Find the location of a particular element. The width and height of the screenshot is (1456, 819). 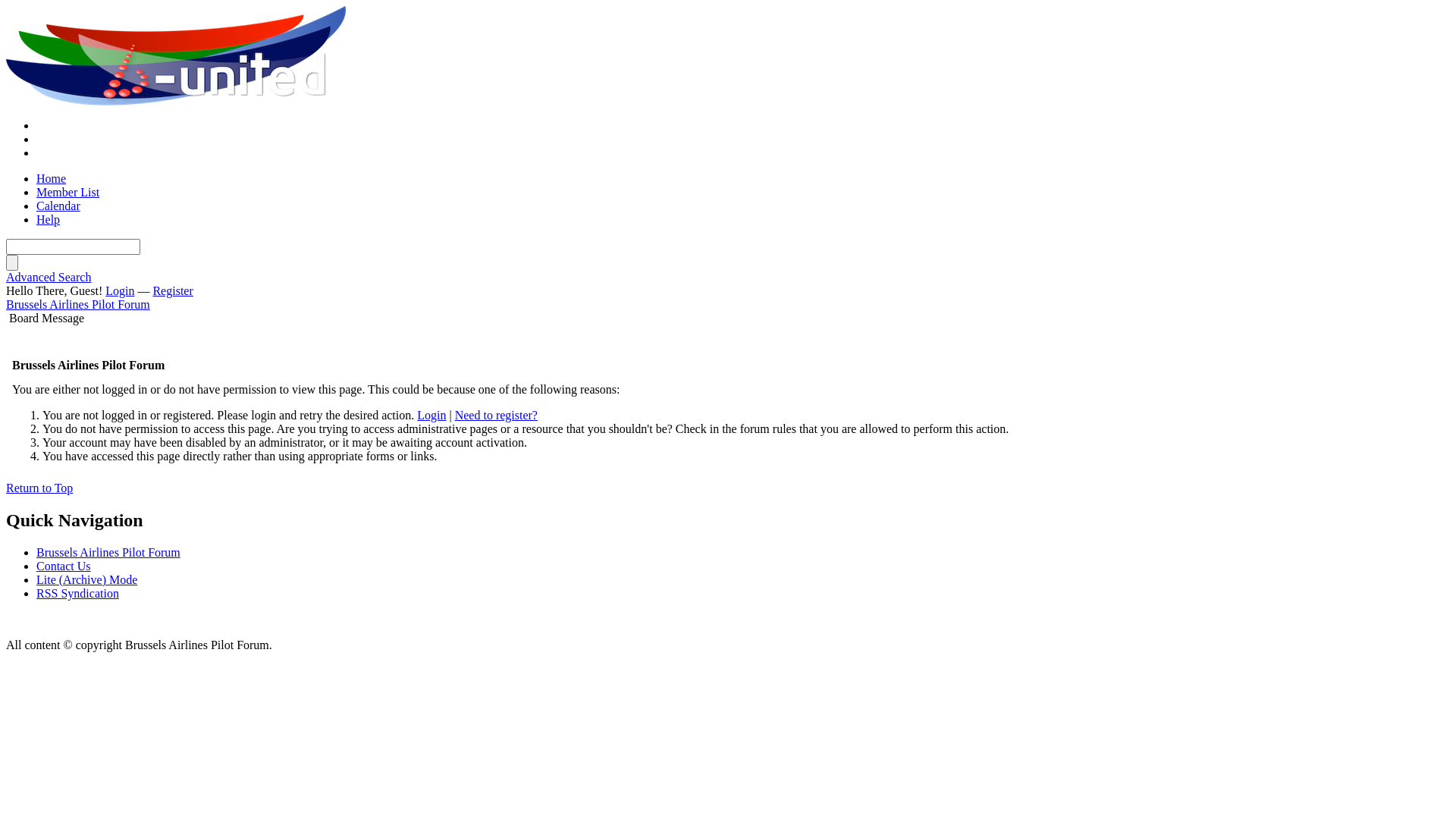

'Lite (Archive) Mode' is located at coordinates (86, 579).